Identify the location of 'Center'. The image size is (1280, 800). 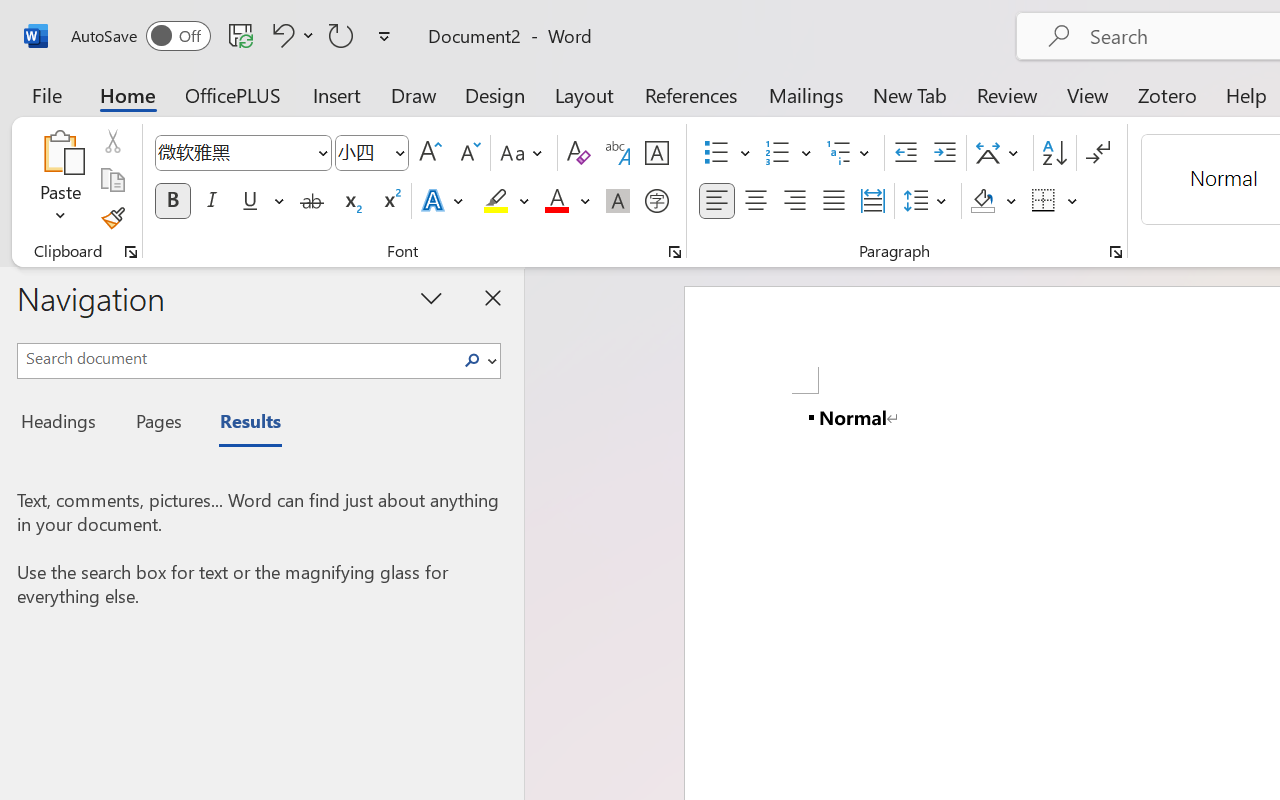
(755, 201).